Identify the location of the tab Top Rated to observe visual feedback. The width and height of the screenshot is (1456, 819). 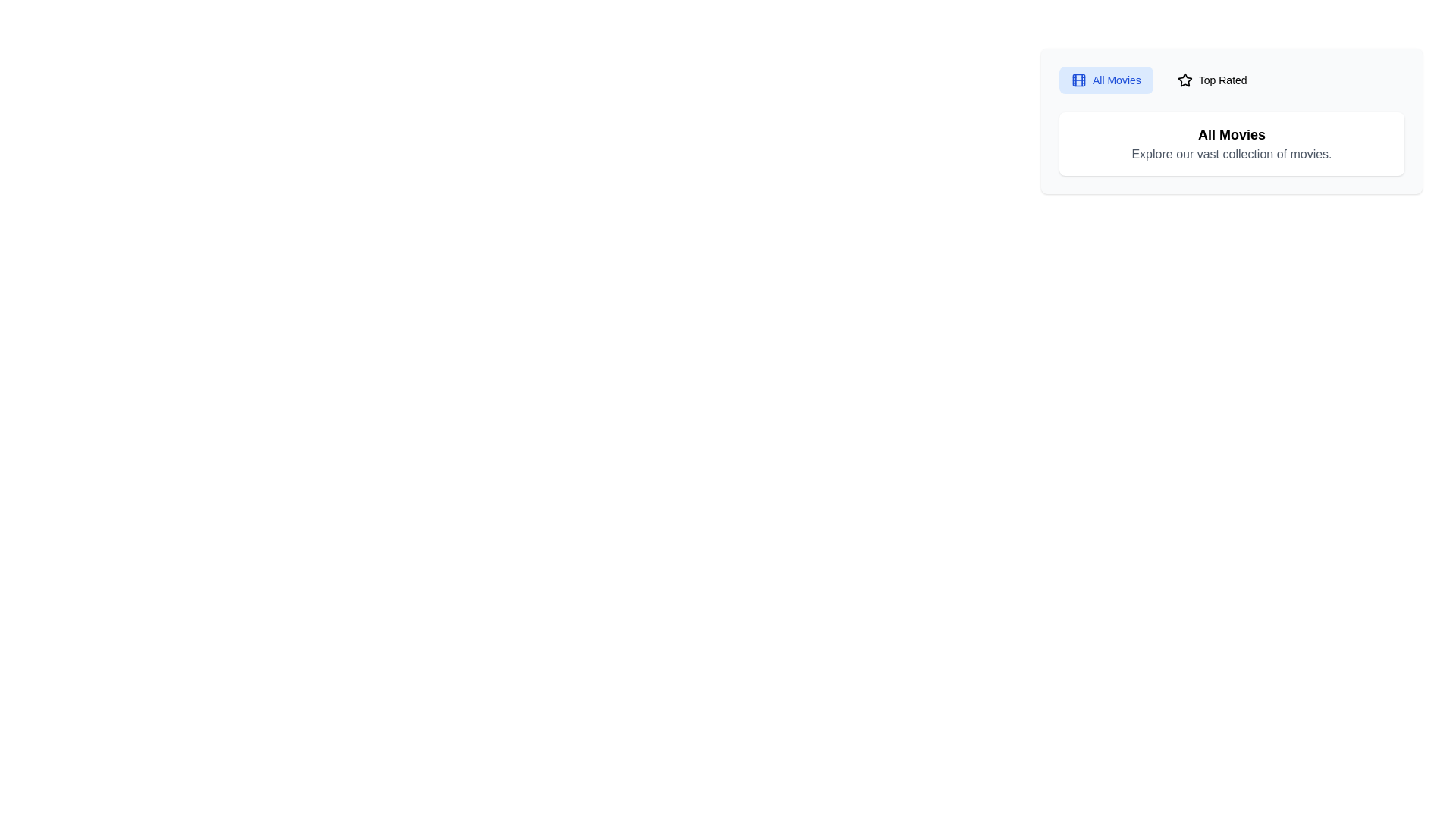
(1211, 80).